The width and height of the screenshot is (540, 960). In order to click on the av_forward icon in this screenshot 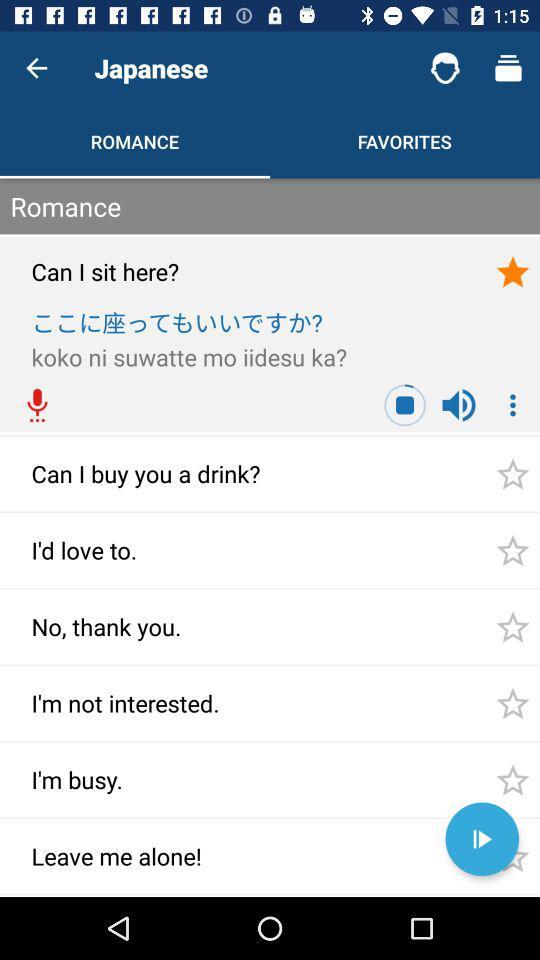, I will do `click(481, 839)`.